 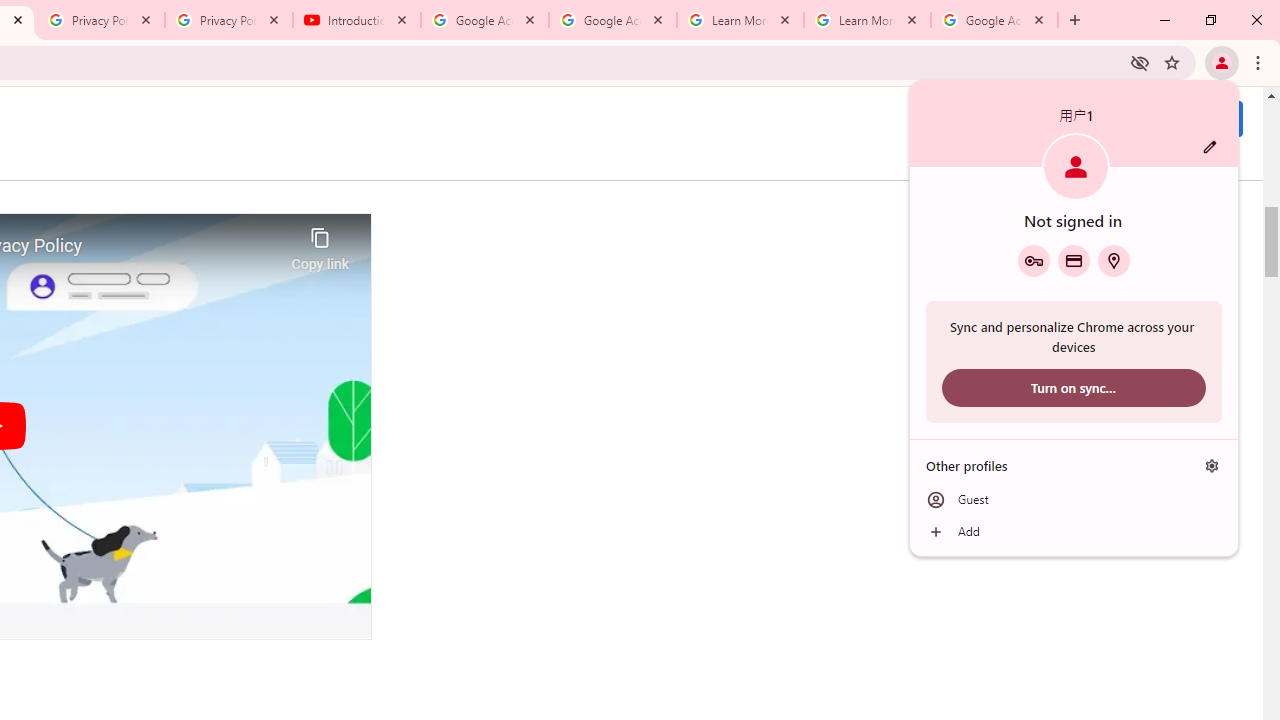 What do you see at coordinates (1033, 260) in the screenshot?
I see `'Google Password Manager'` at bounding box center [1033, 260].